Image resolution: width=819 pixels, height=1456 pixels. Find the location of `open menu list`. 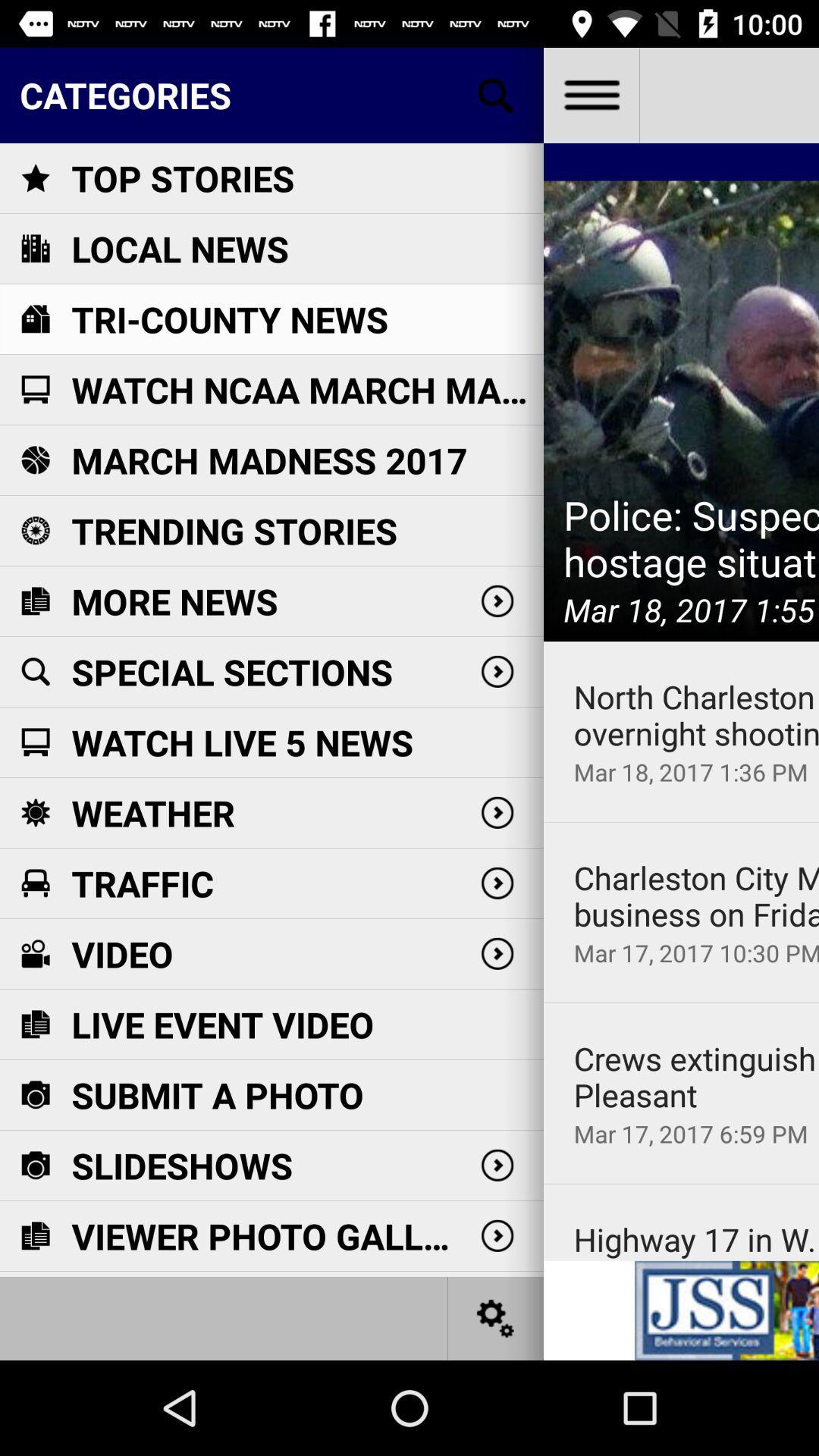

open menu list is located at coordinates (590, 94).